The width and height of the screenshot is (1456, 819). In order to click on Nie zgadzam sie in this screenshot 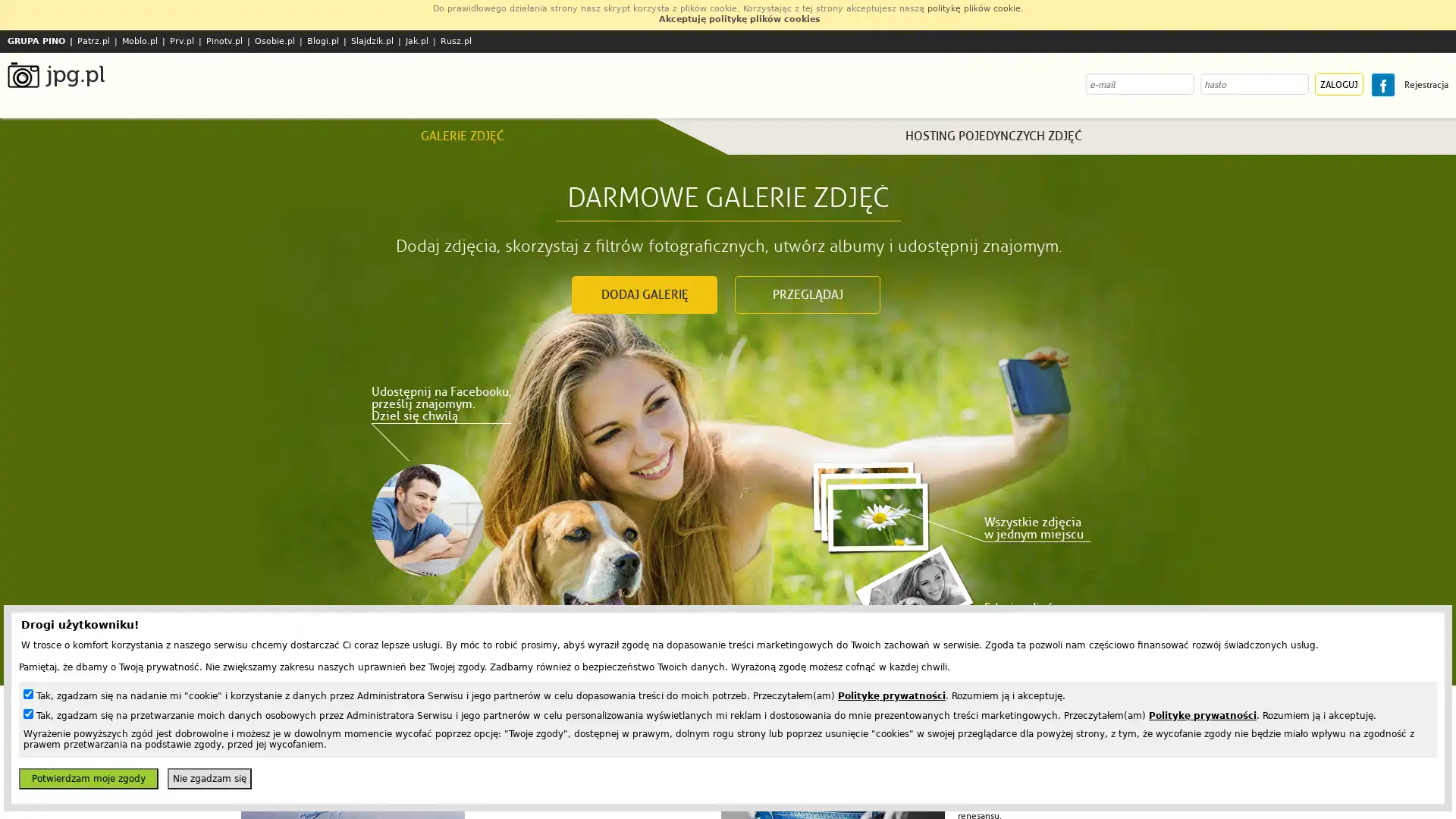, I will do `click(209, 778)`.